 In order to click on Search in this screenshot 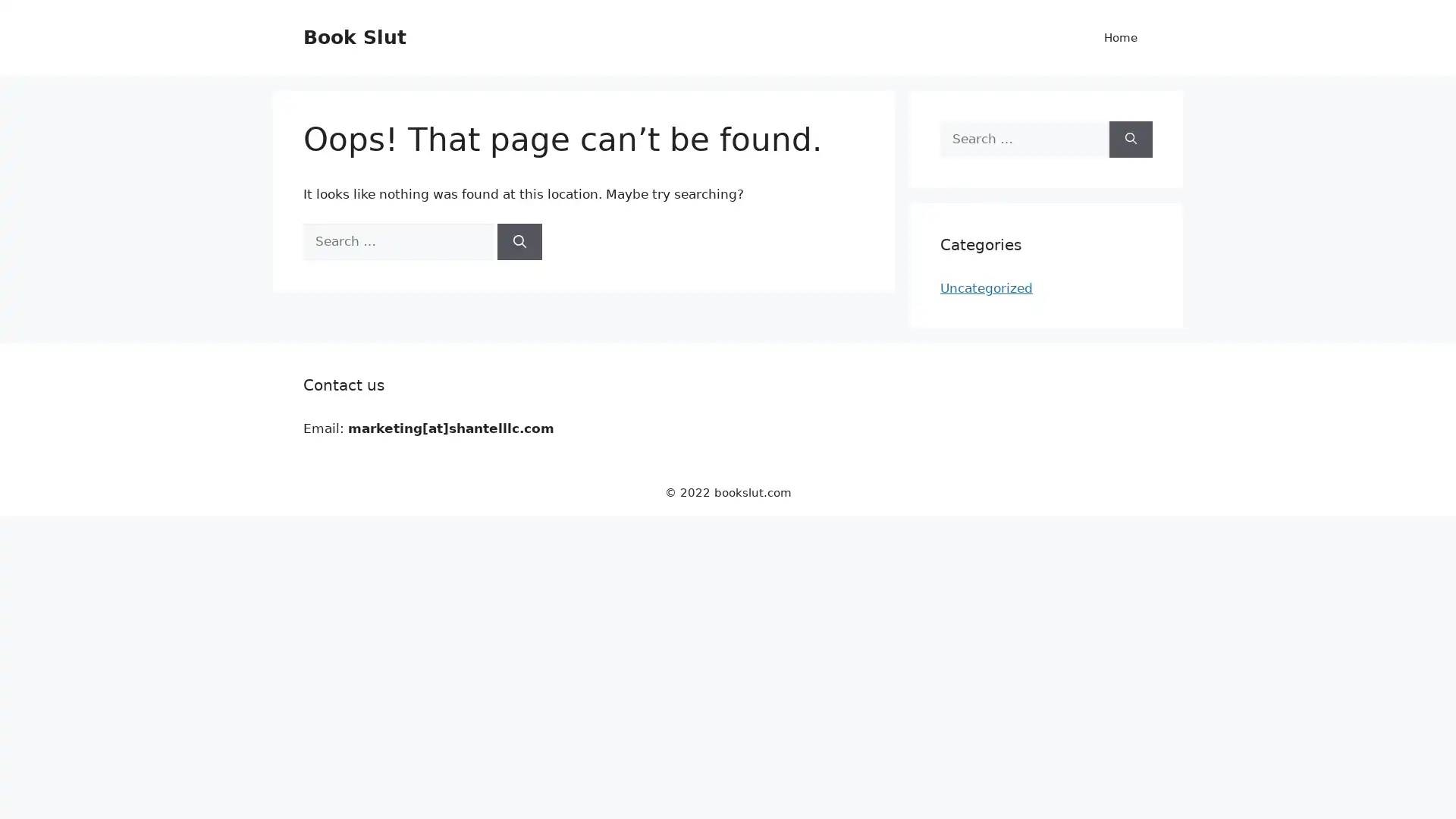, I will do `click(519, 240)`.